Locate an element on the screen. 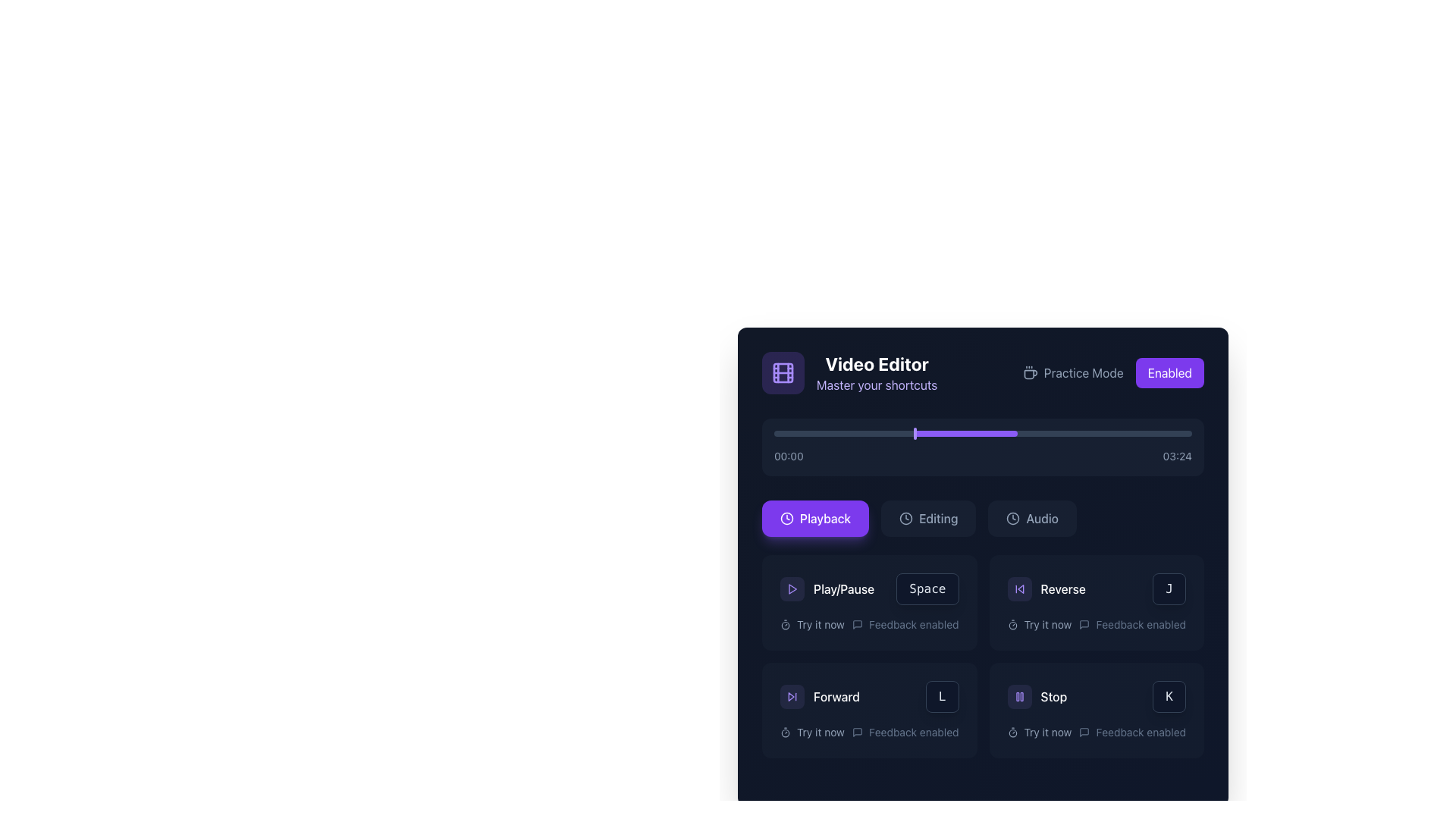 The width and height of the screenshot is (1456, 819). the 'Reverse' interactive card, which is the second card in the grid layout of control options is located at coordinates (1097, 601).